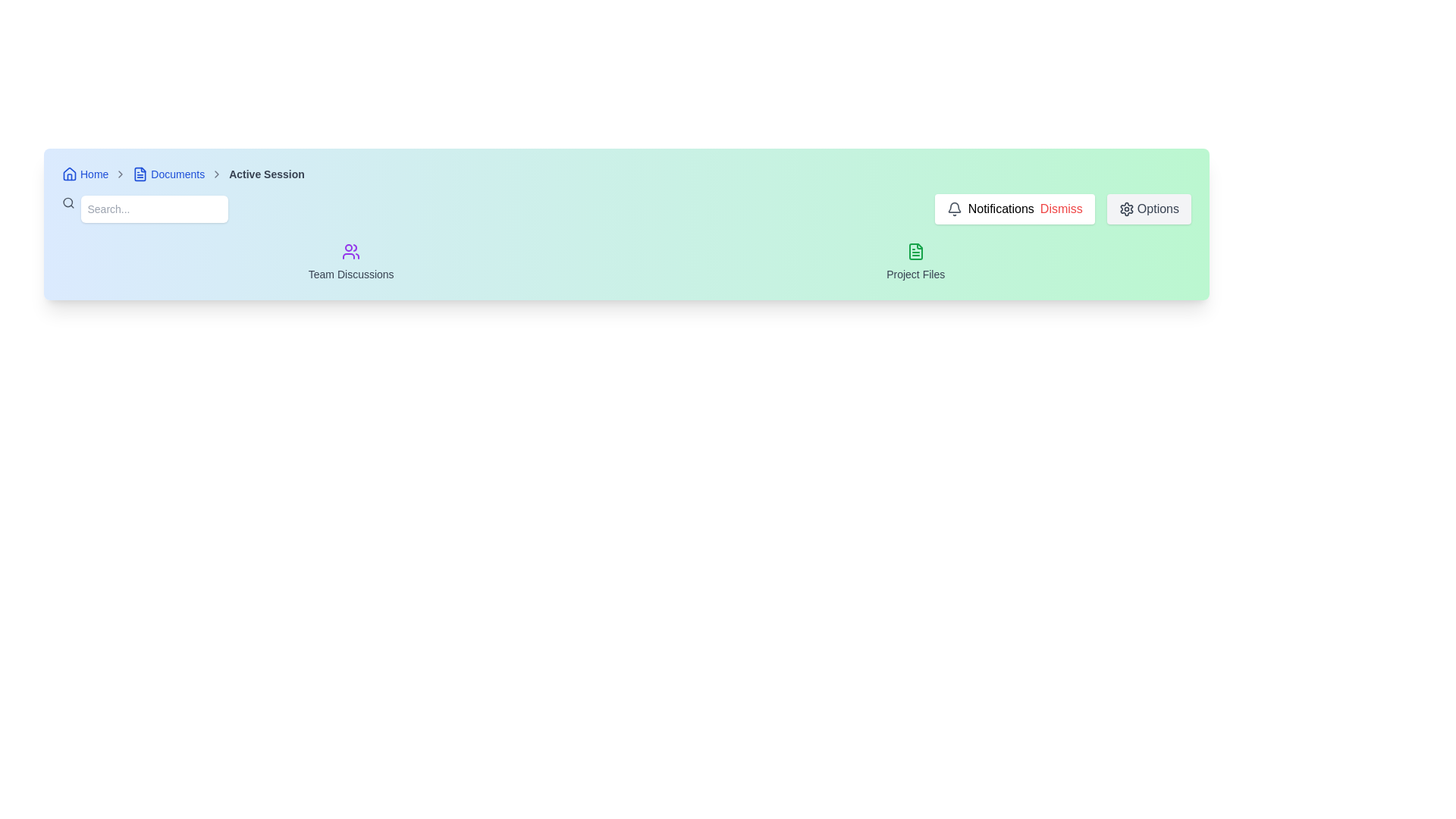 The image size is (1456, 819). Describe the element at coordinates (68, 172) in the screenshot. I see `the house icon in the breadcrumb navigation bar` at that location.